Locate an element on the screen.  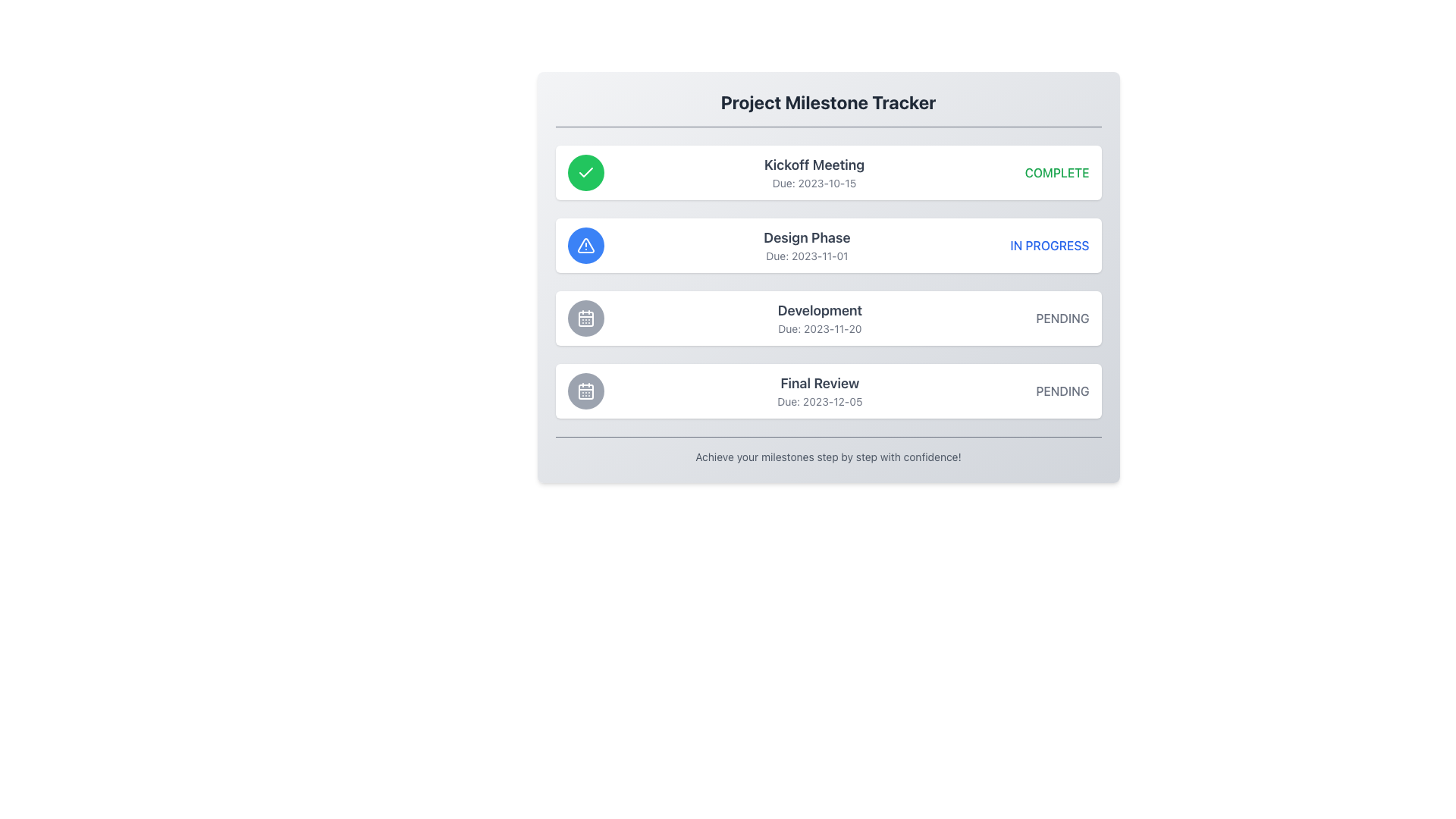
the text label displaying the due date for the 'Design Phase' milestone, which is located in the top-center region of the 'Design Phase' section, just below the bolded 'Design Phase' text is located at coordinates (806, 256).